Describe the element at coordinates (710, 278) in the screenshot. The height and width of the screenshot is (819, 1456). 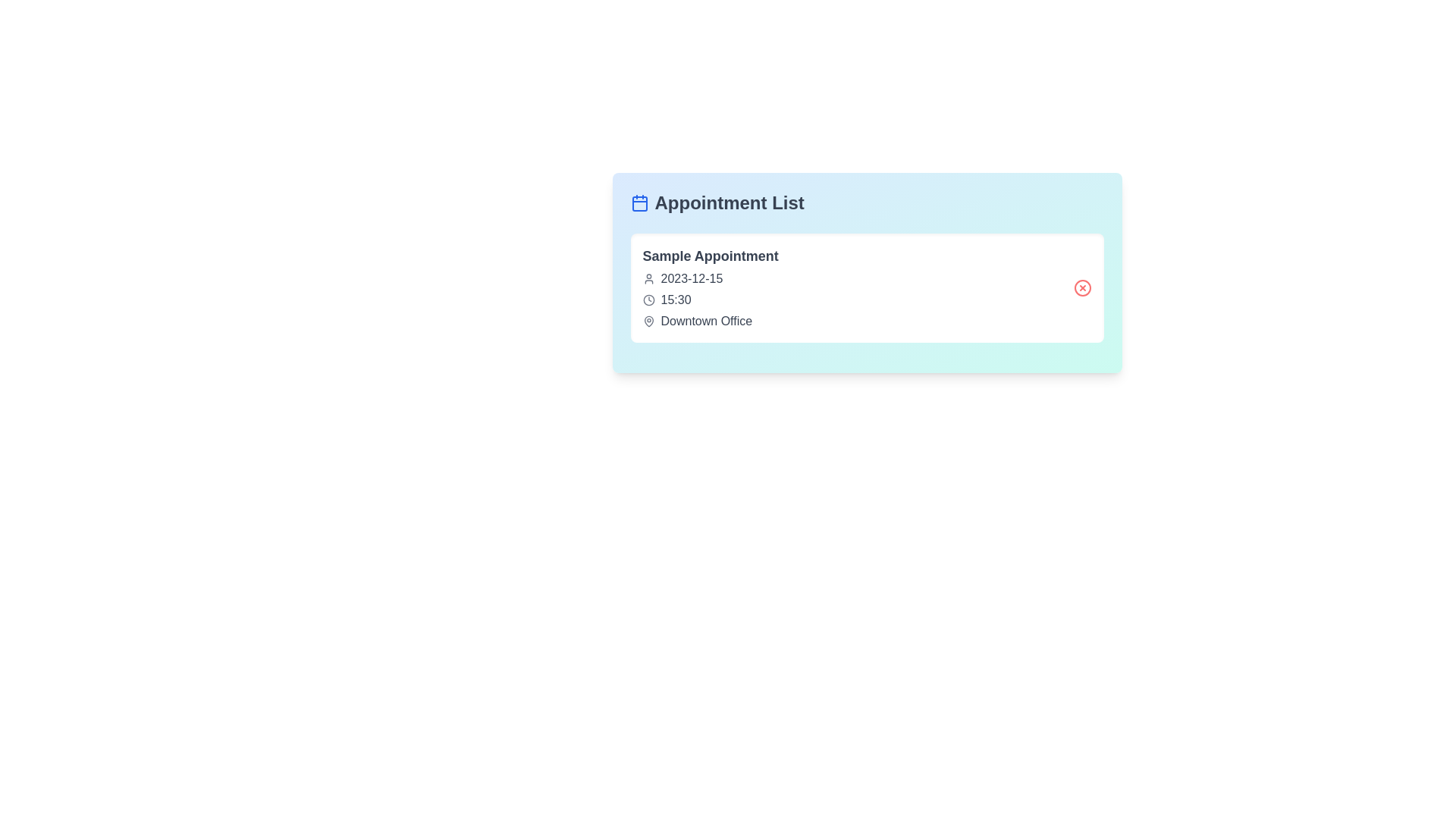
I see `date information '2023-12-15' displayed in the text element beneath the title 'Sample Appointment' in the appointment details card` at that location.